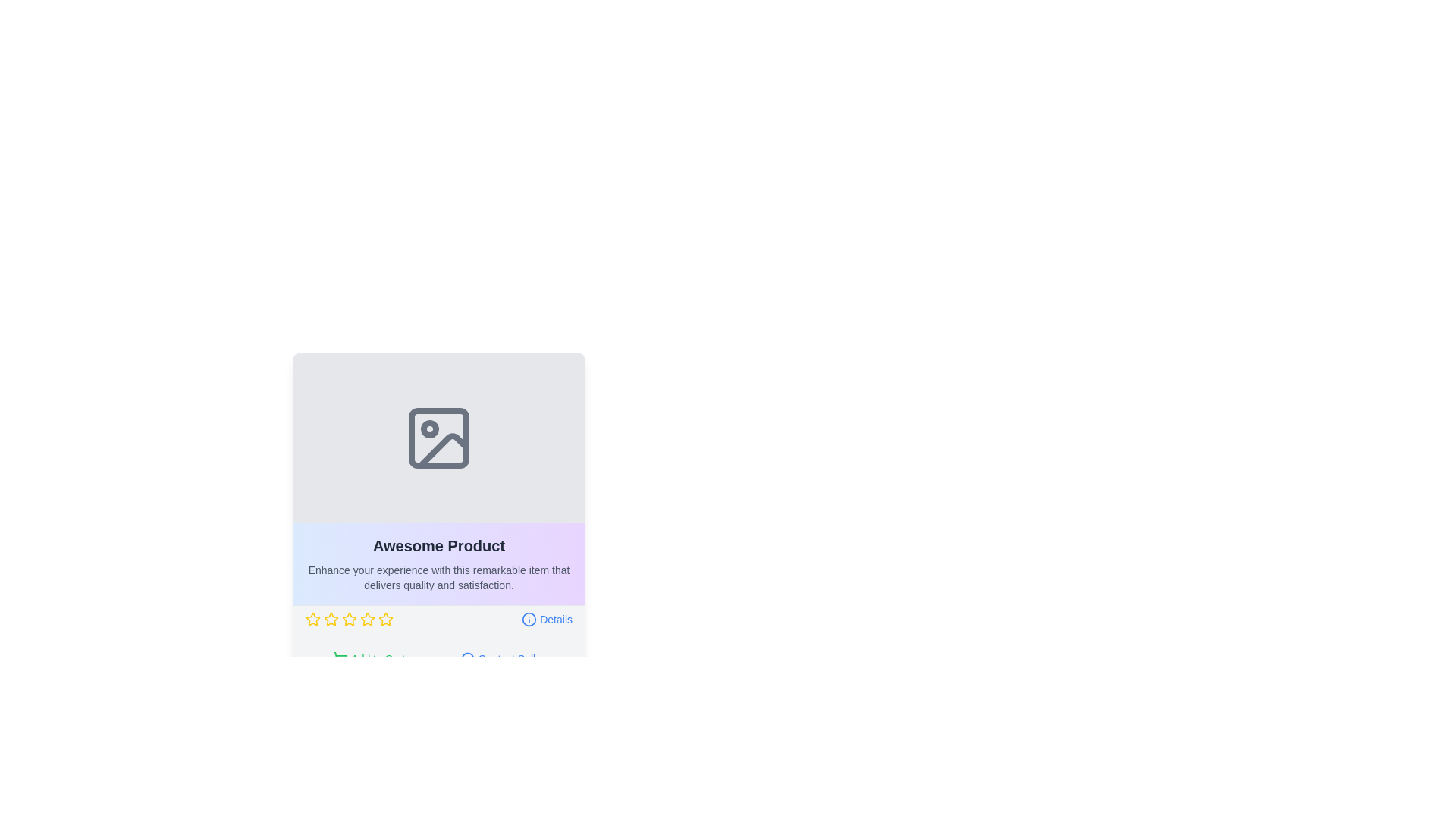 This screenshot has width=1456, height=819. Describe the element at coordinates (466, 657) in the screenshot. I see `the SVG Icon that visually indicates the 'Contact Seller' functionality, located on the left side of the 'Contact Seller' button text` at that location.